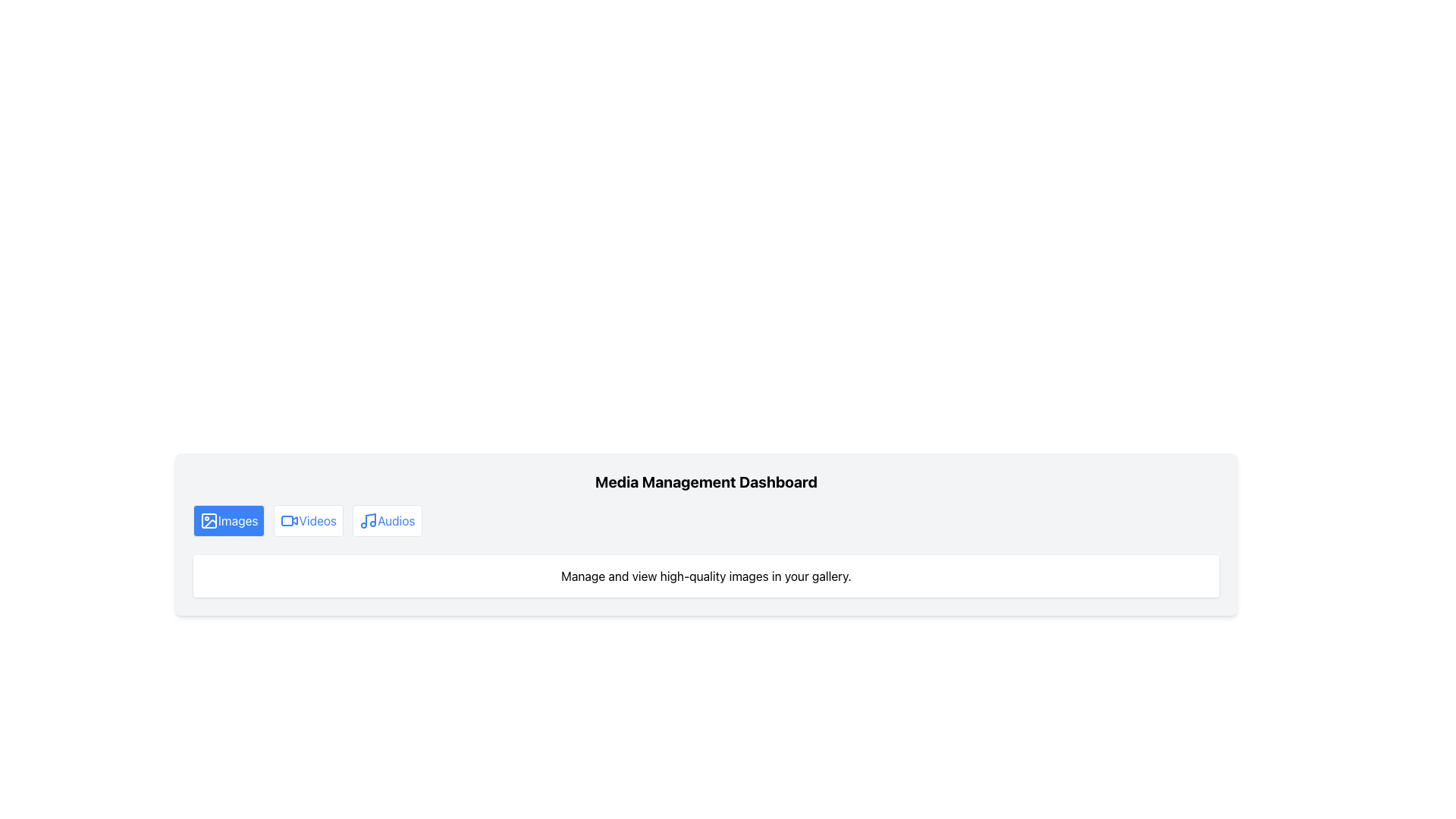 The height and width of the screenshot is (819, 1456). Describe the element at coordinates (208, 519) in the screenshot. I see `the 'Images' button, which is the leftmost button in a horizontal group` at that location.